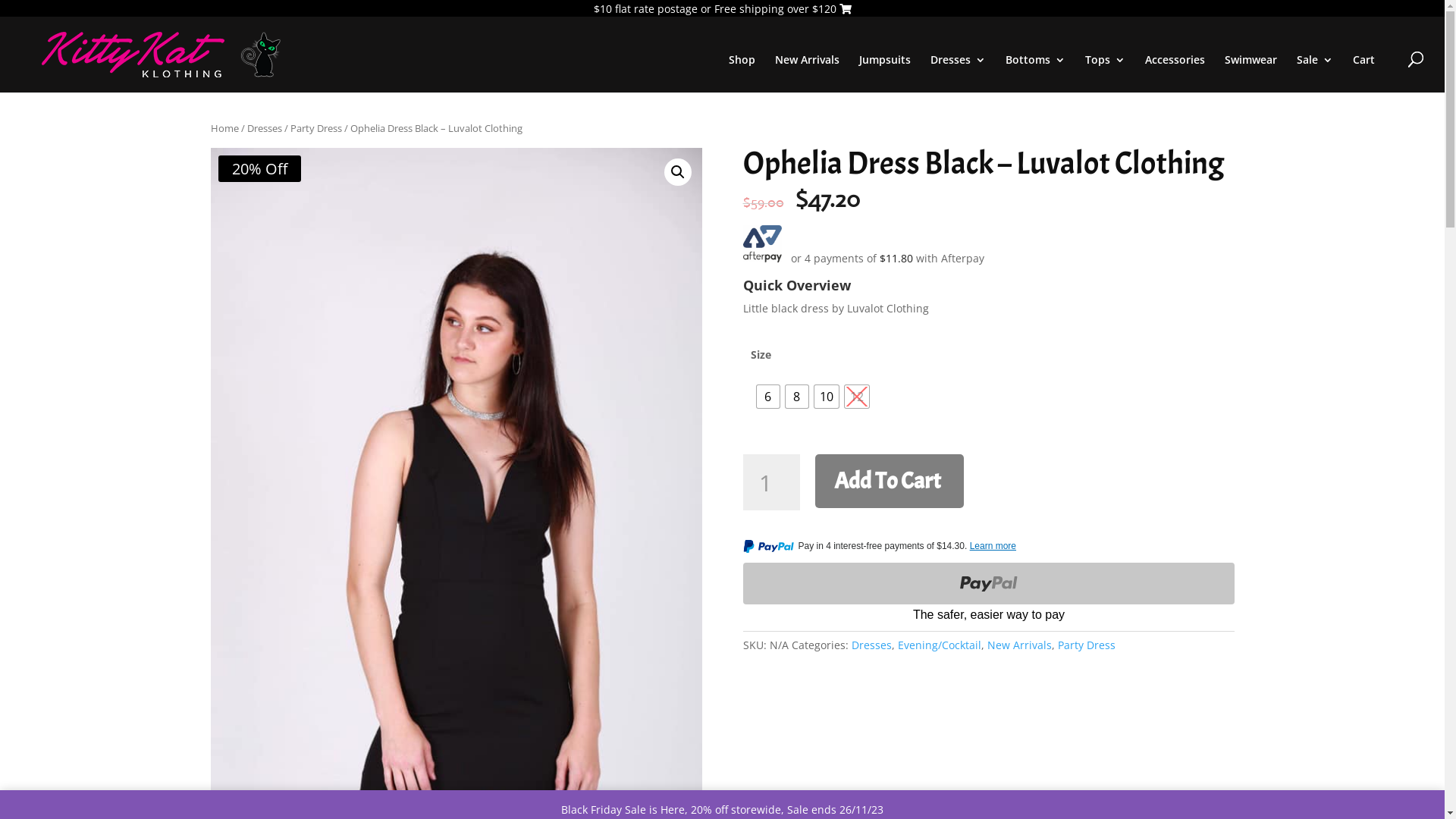 This screenshot has width=1456, height=819. What do you see at coordinates (1295, 72) in the screenshot?
I see `'Sale'` at bounding box center [1295, 72].